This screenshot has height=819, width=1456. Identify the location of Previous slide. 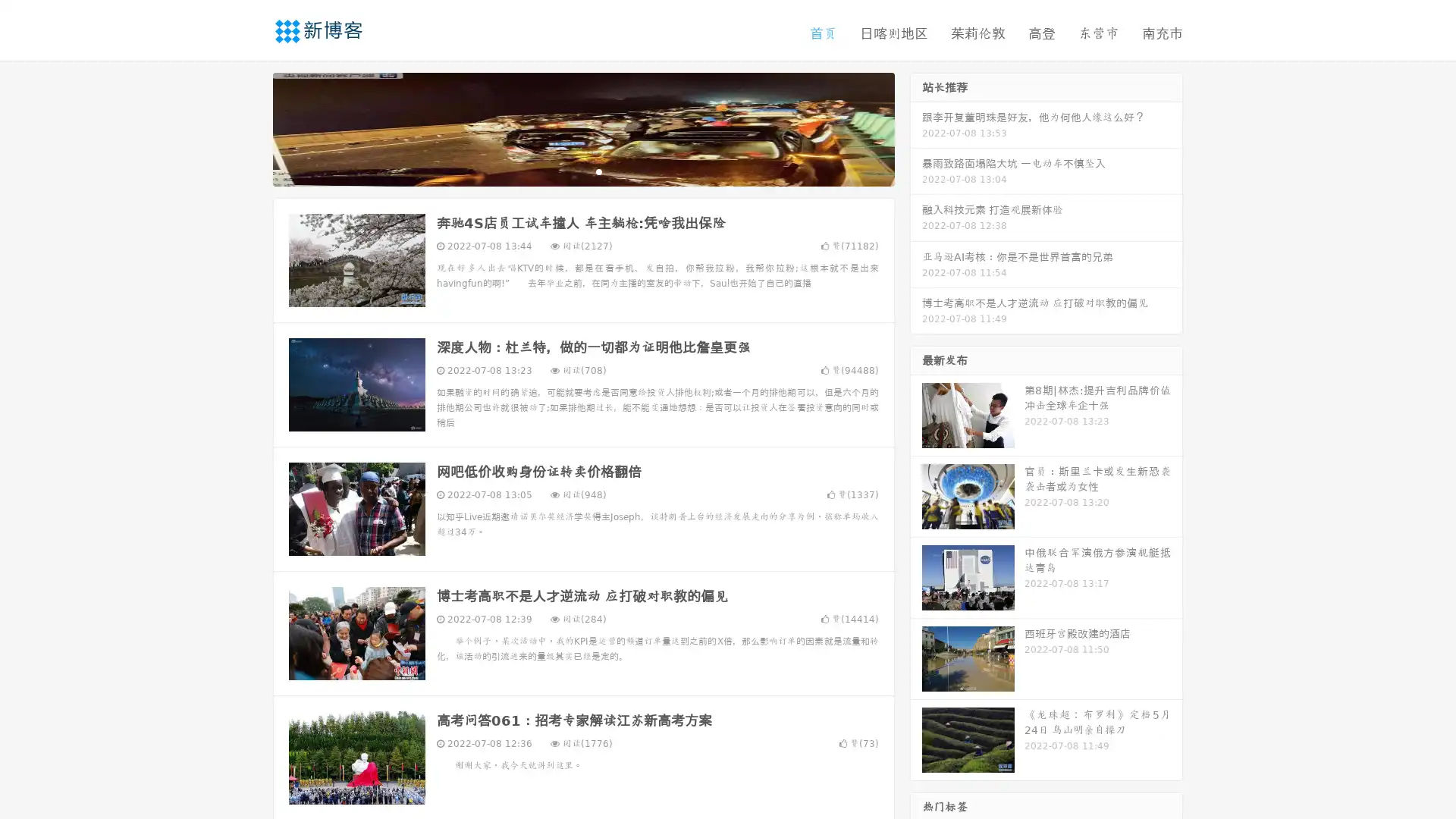
(250, 127).